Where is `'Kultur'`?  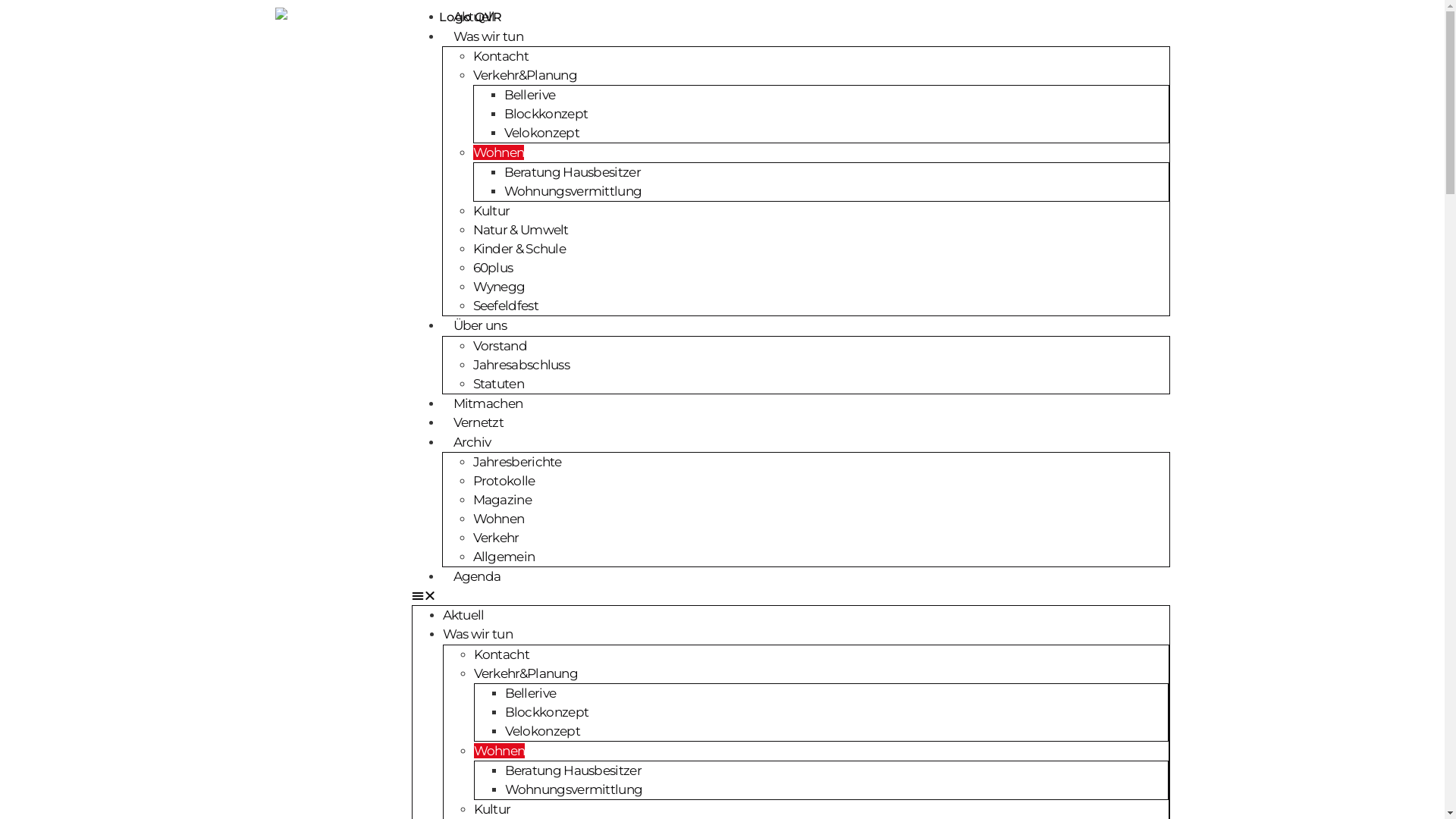
'Kultur' is located at coordinates (491, 210).